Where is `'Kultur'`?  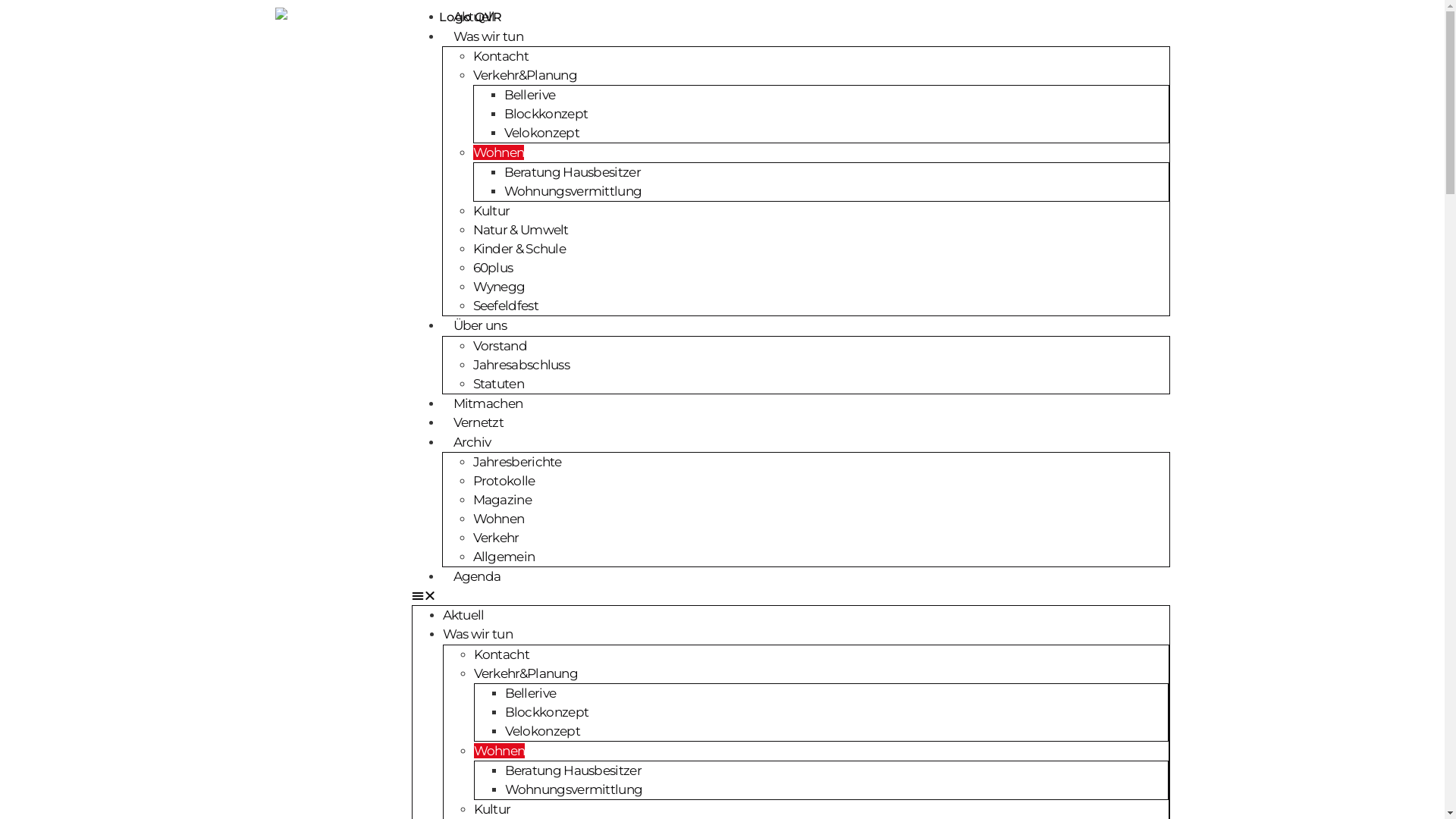
'Kultur' is located at coordinates (491, 210).